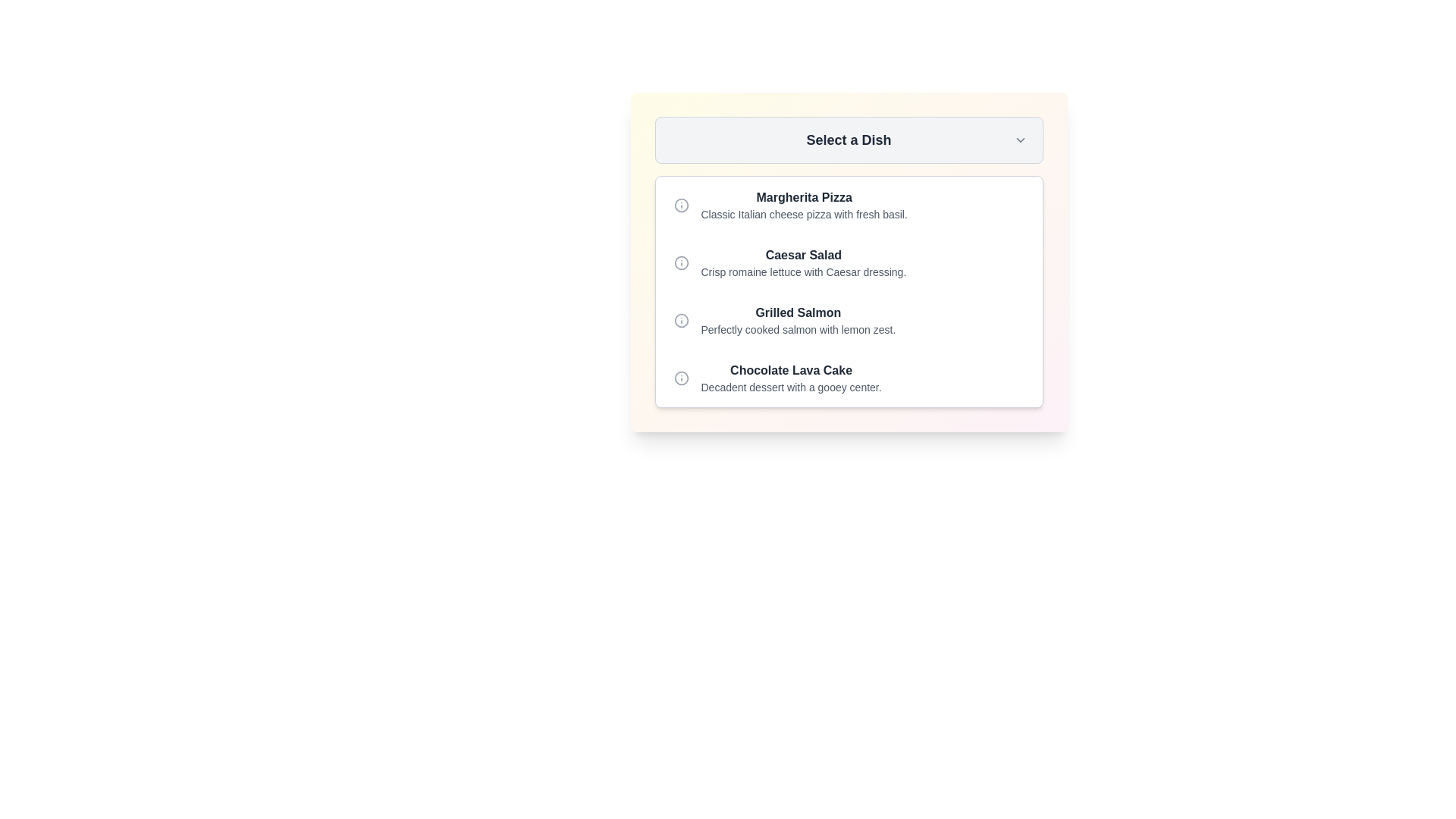  Describe the element at coordinates (848, 320) in the screenshot. I see `the selectable list item labeled 'Grilled Salmon' which is the third item under 'Select a Dish', positioned between 'Caesar Salad' and 'Chocolate Lava Cake'` at that location.